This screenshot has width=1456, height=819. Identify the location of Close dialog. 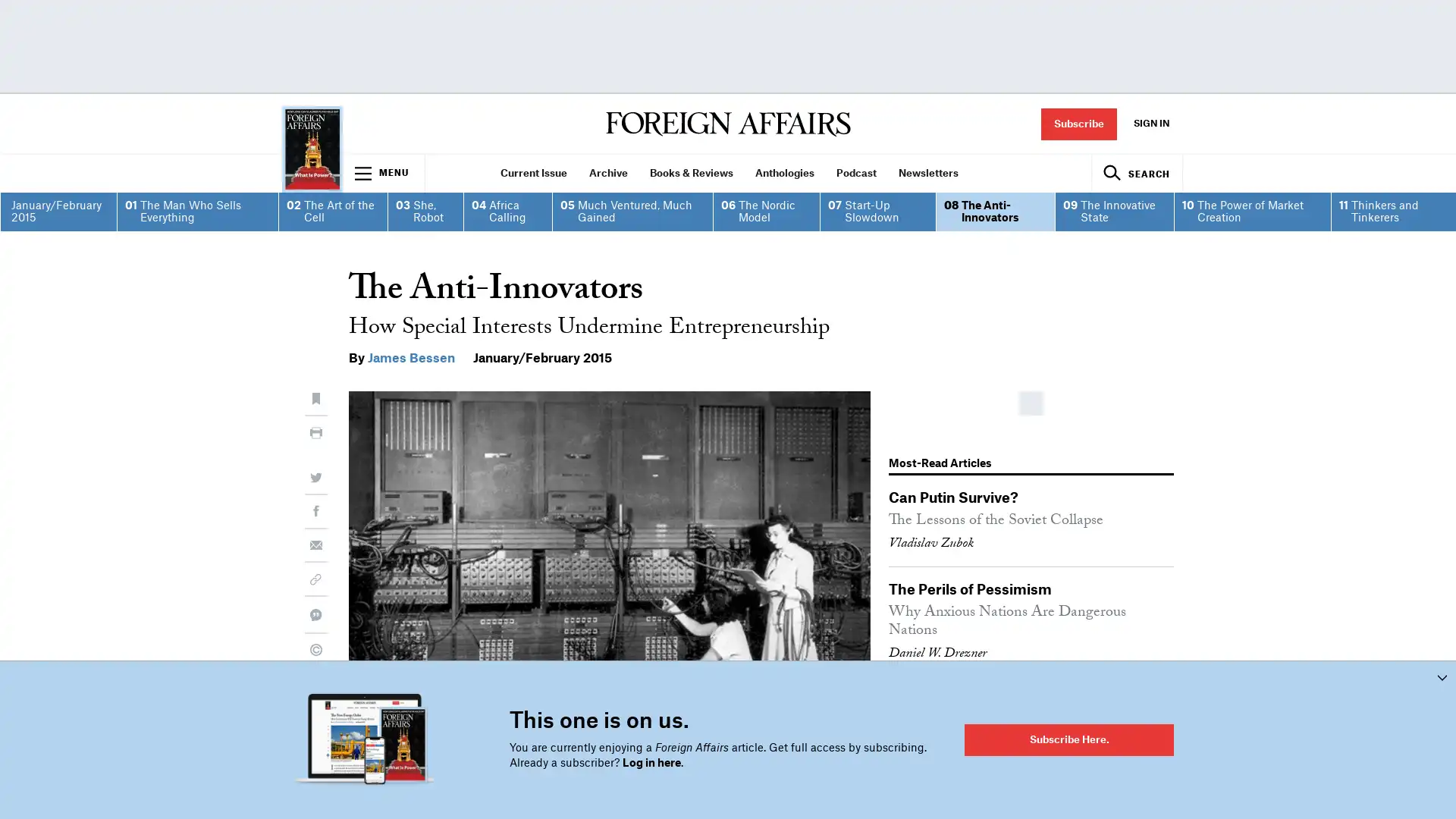
(980, 202).